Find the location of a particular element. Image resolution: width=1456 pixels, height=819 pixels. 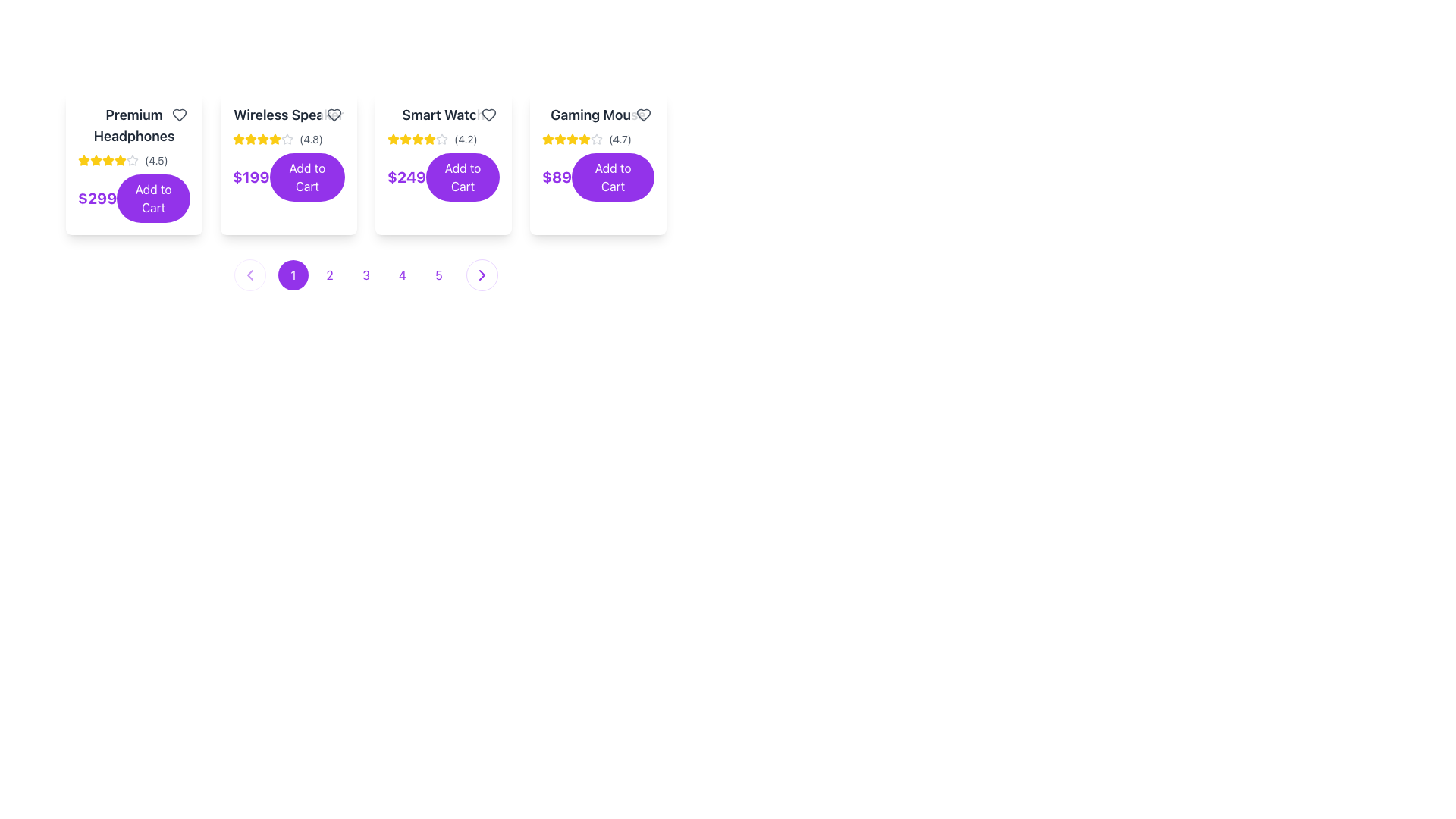

the product title text label located in the second product card from the left, which serves as the name of the displayed product is located at coordinates (288, 114).